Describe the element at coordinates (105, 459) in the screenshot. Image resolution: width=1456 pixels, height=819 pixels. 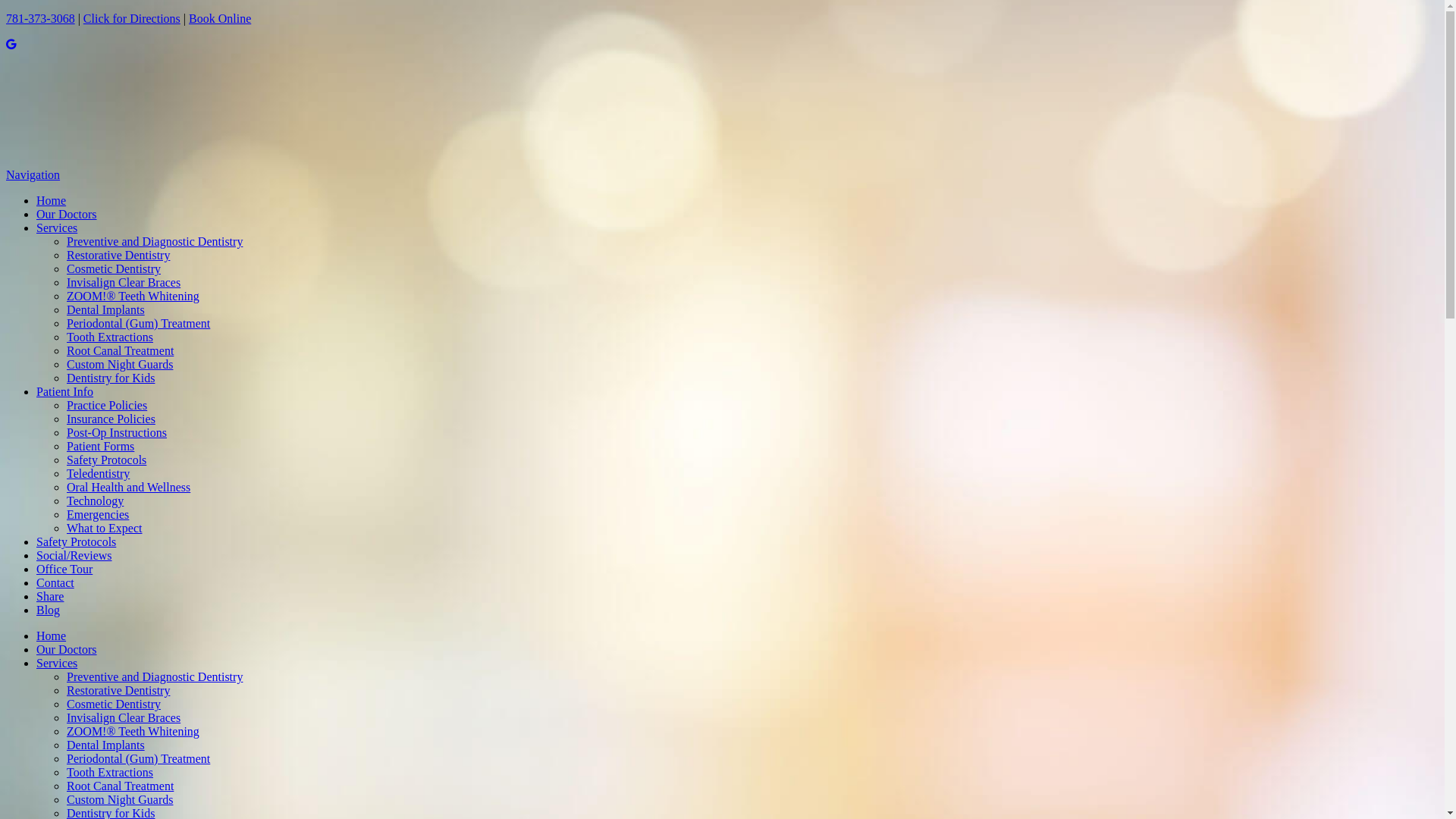
I see `'Safety Protocols'` at that location.